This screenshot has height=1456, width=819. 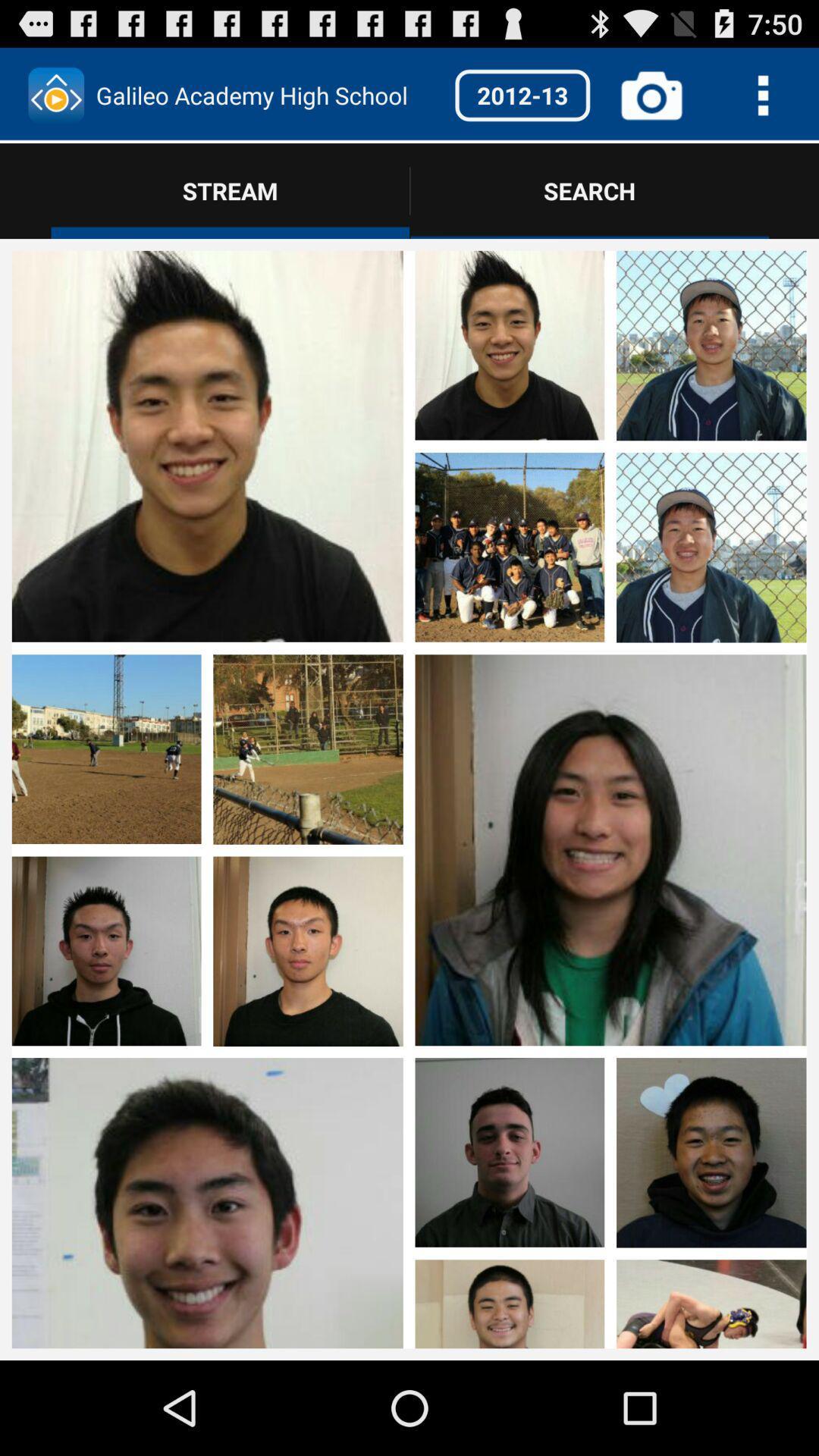 I want to click on photos page, so click(x=610, y=1198).